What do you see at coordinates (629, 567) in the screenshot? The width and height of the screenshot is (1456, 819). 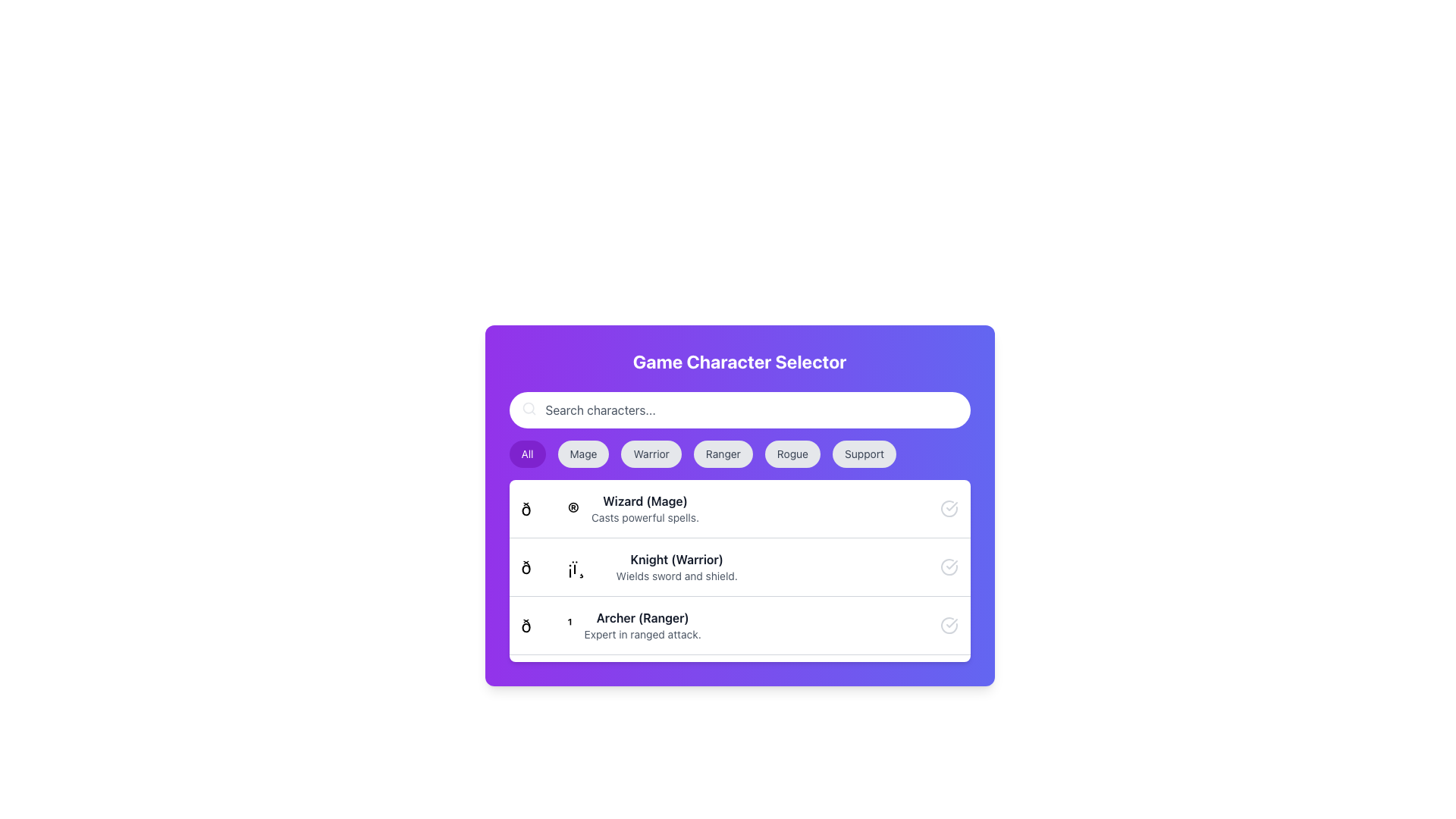 I see `the 'Knight (Warrior)' character class text display element in the Game Character Selector, which is styled and located in the middle of the list, below the 'Wizard (Mage)' option` at bounding box center [629, 567].